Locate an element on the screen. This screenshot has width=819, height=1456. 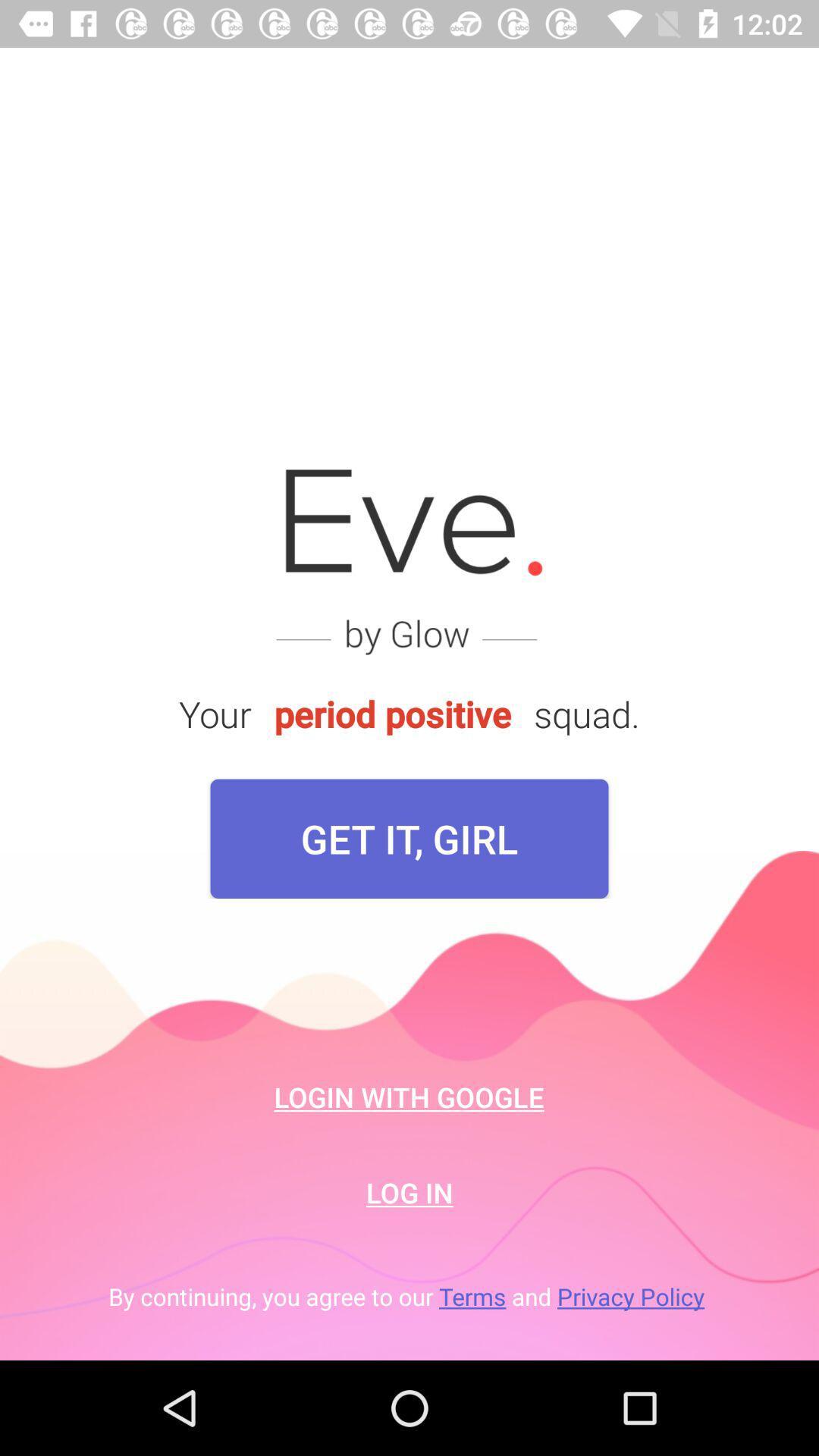
icon above  log in  item is located at coordinates (408, 1097).